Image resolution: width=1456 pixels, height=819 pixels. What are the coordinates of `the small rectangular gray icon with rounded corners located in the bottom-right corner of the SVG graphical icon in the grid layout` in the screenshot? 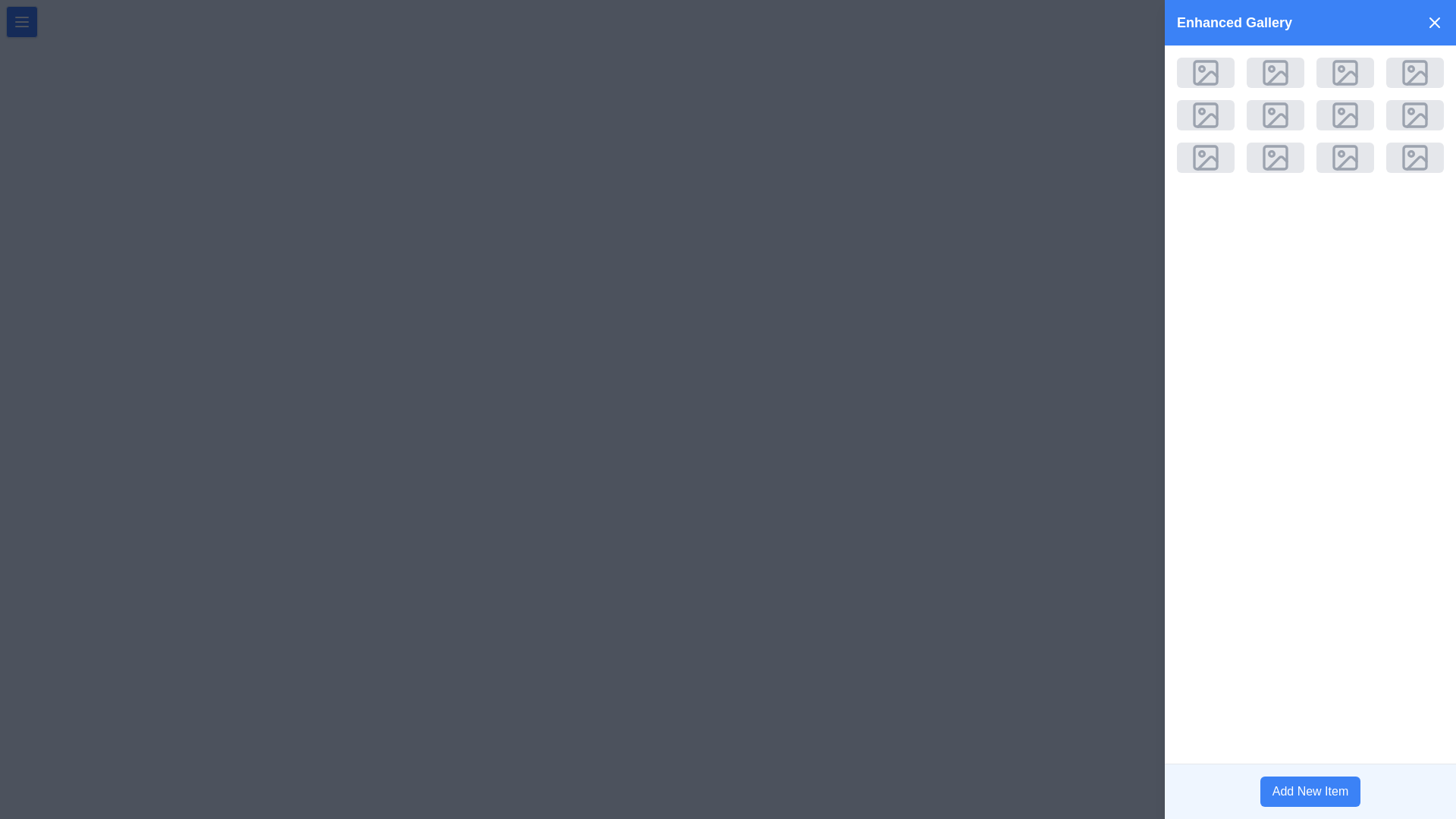 It's located at (1345, 158).